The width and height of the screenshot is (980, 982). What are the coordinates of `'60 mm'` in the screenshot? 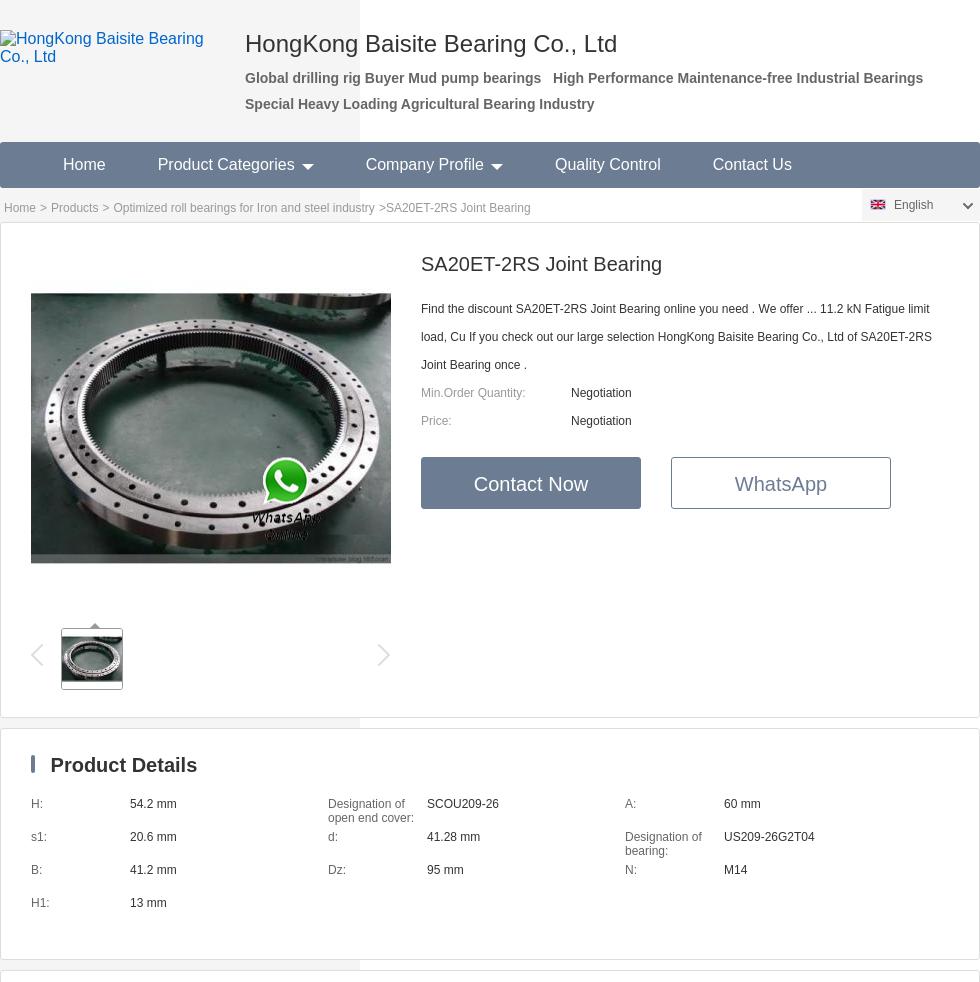 It's located at (741, 803).